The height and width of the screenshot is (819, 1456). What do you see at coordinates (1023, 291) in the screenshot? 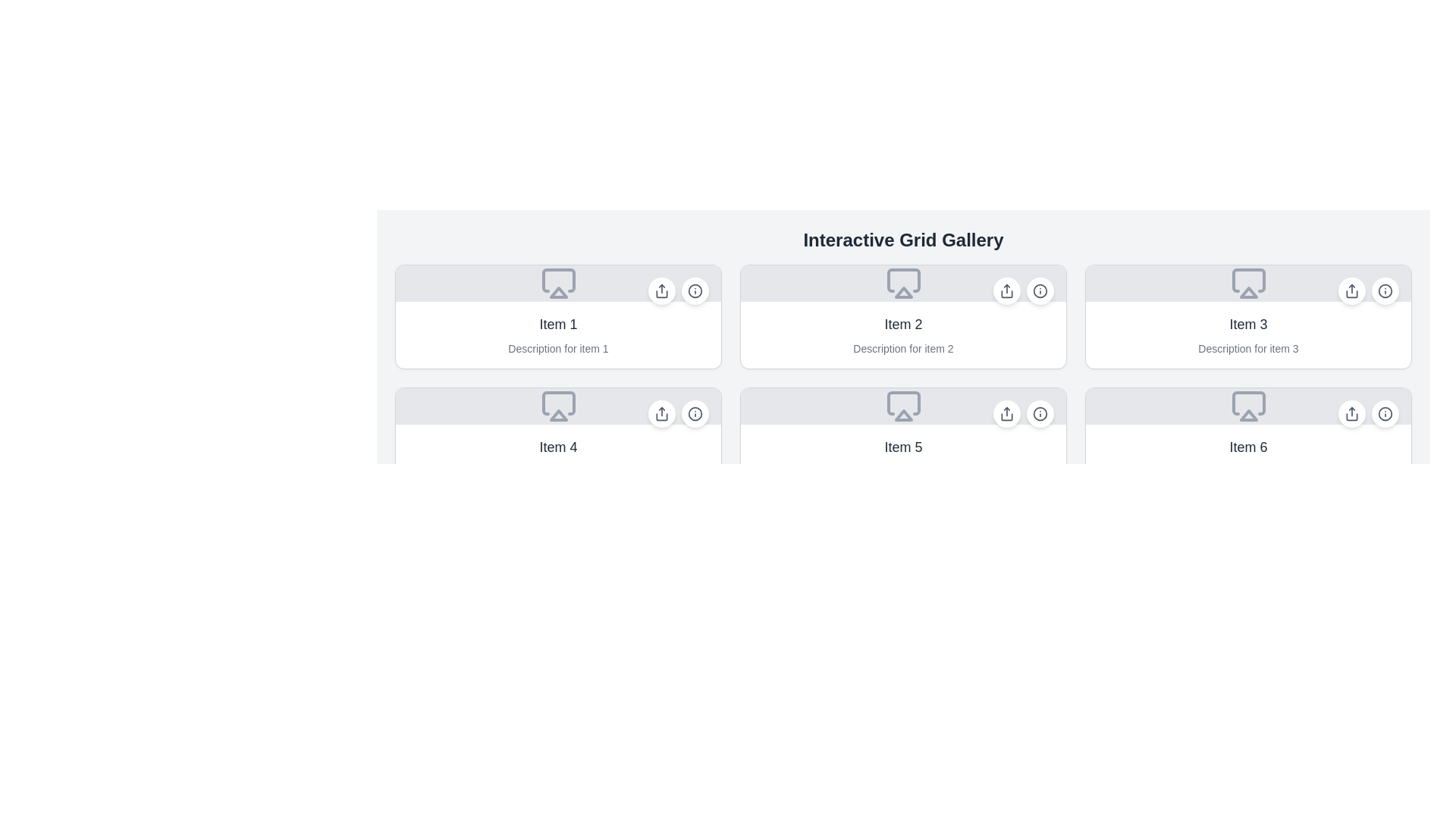
I see `the clickable informational icon button located in the upper-right corner of the section for 'Item 2'` at bounding box center [1023, 291].